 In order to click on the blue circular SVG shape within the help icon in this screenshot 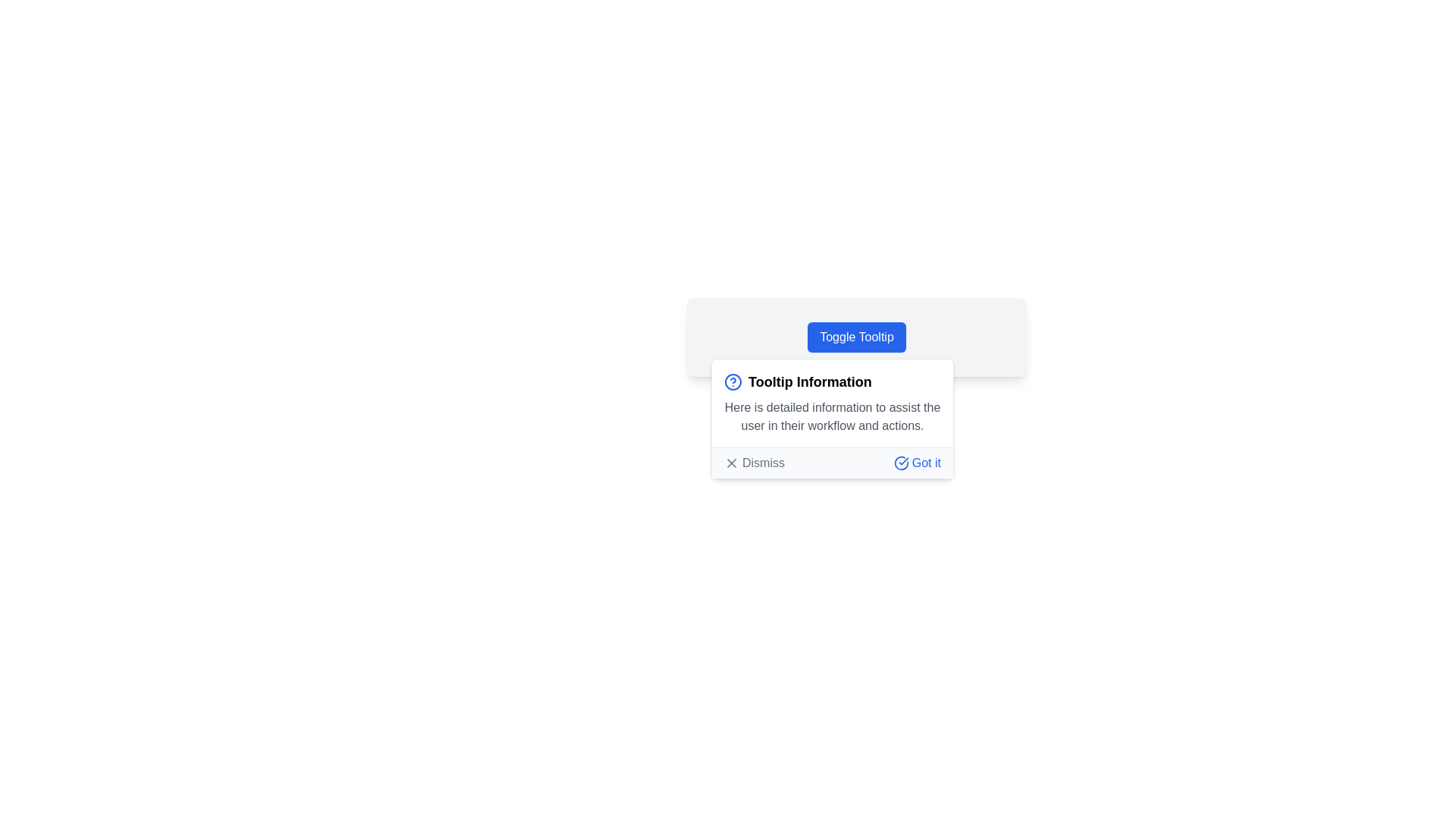, I will do `click(733, 381)`.